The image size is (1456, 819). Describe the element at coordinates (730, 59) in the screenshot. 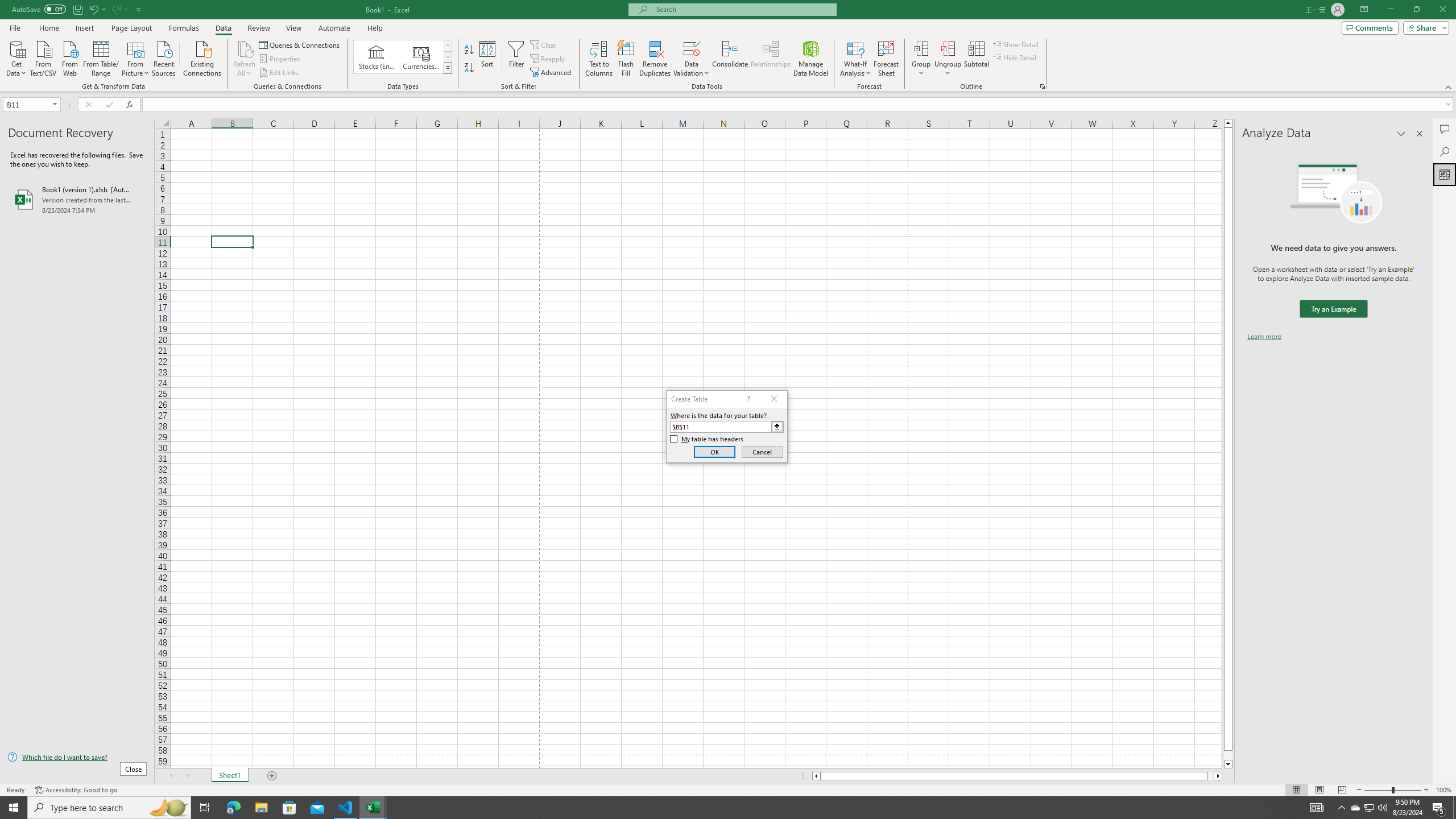

I see `'Consolidate...'` at that location.